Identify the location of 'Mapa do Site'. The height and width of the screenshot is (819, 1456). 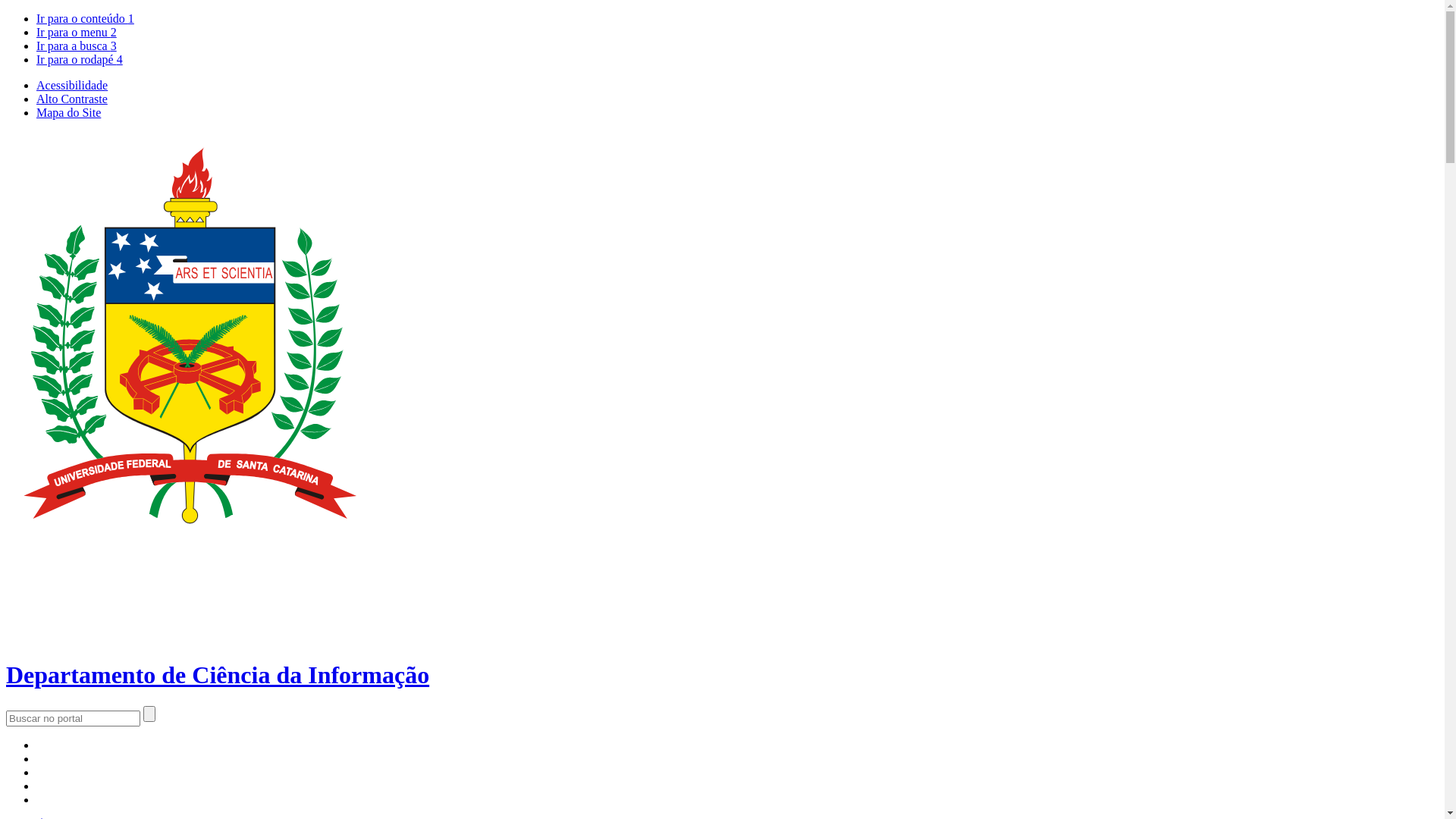
(36, 111).